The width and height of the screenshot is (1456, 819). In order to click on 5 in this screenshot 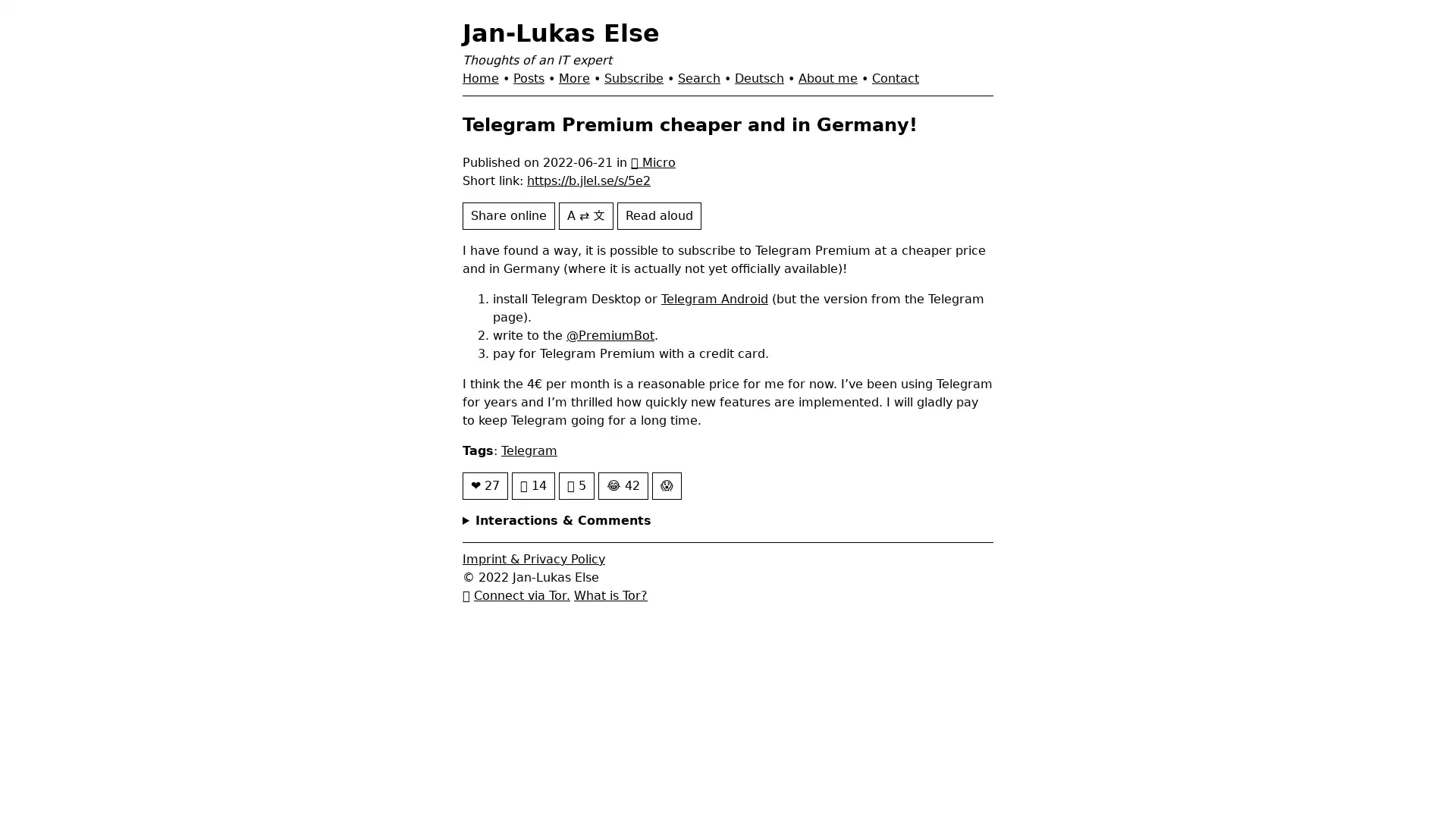, I will do `click(576, 485)`.